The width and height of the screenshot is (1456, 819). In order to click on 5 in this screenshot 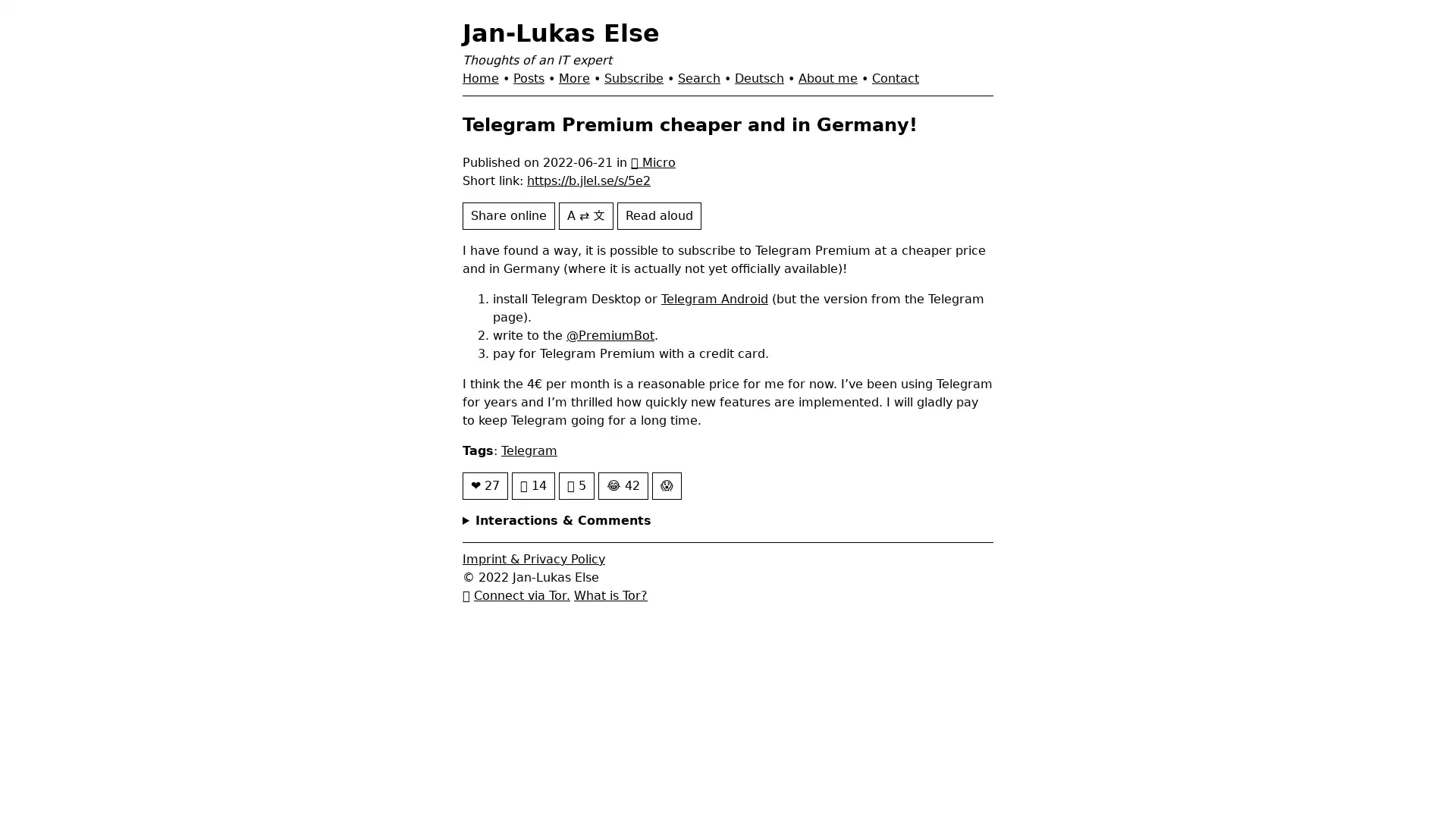, I will do `click(576, 485)`.